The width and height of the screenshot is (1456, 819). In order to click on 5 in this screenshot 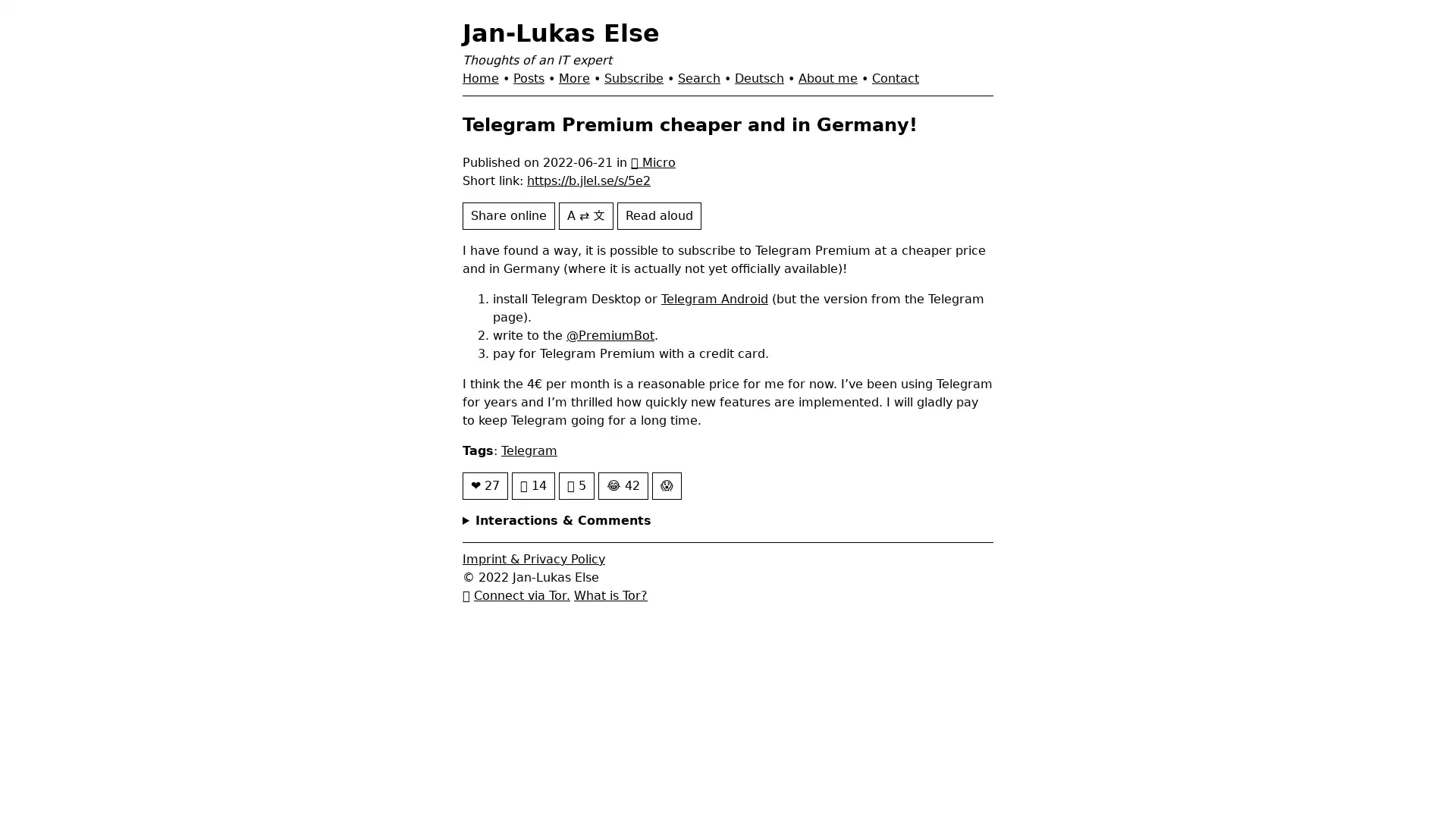, I will do `click(576, 485)`.